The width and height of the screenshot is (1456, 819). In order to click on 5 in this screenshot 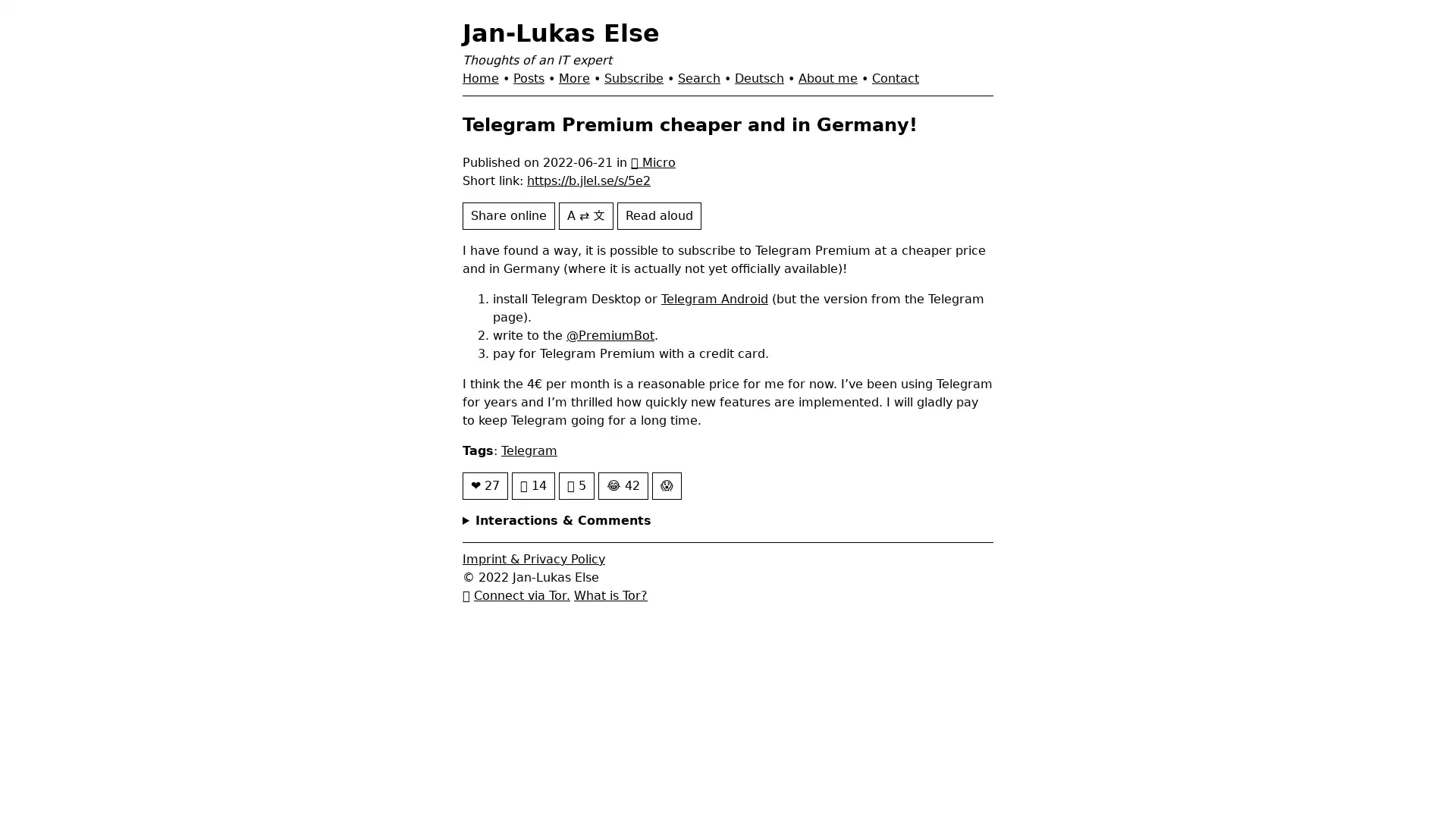, I will do `click(576, 485)`.